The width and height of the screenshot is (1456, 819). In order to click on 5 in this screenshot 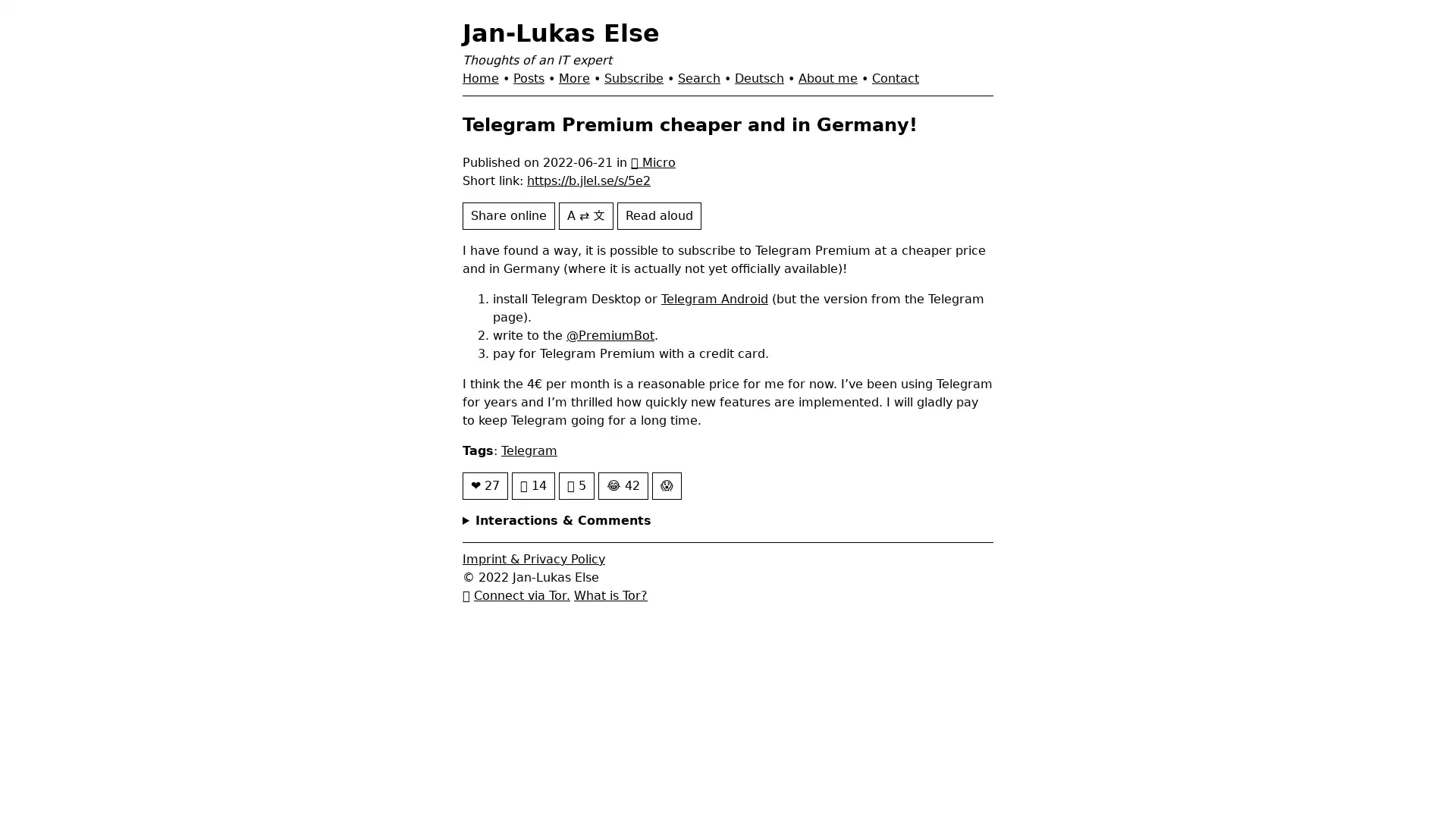, I will do `click(576, 485)`.